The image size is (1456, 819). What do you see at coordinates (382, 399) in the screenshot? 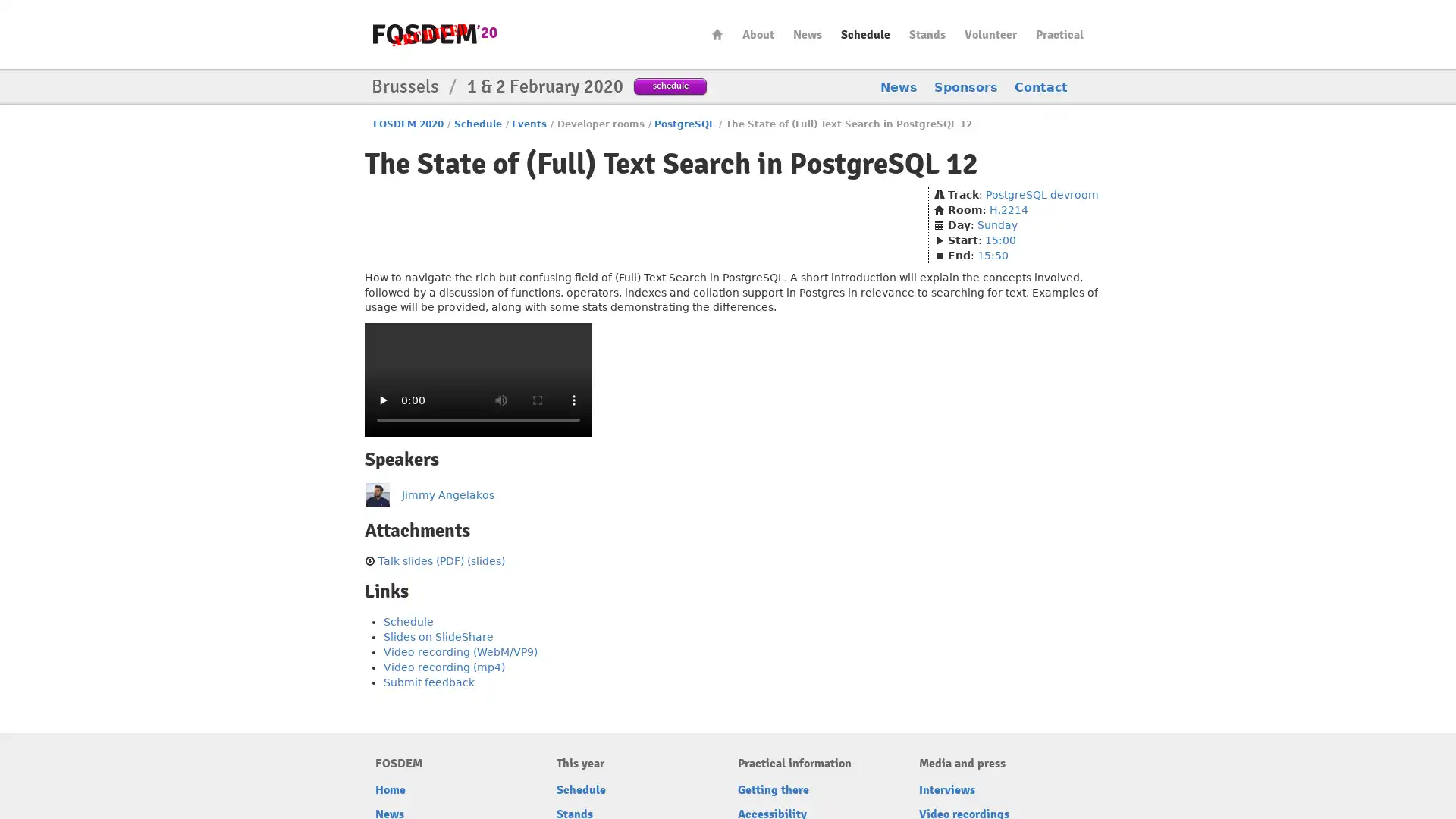
I see `play` at bounding box center [382, 399].